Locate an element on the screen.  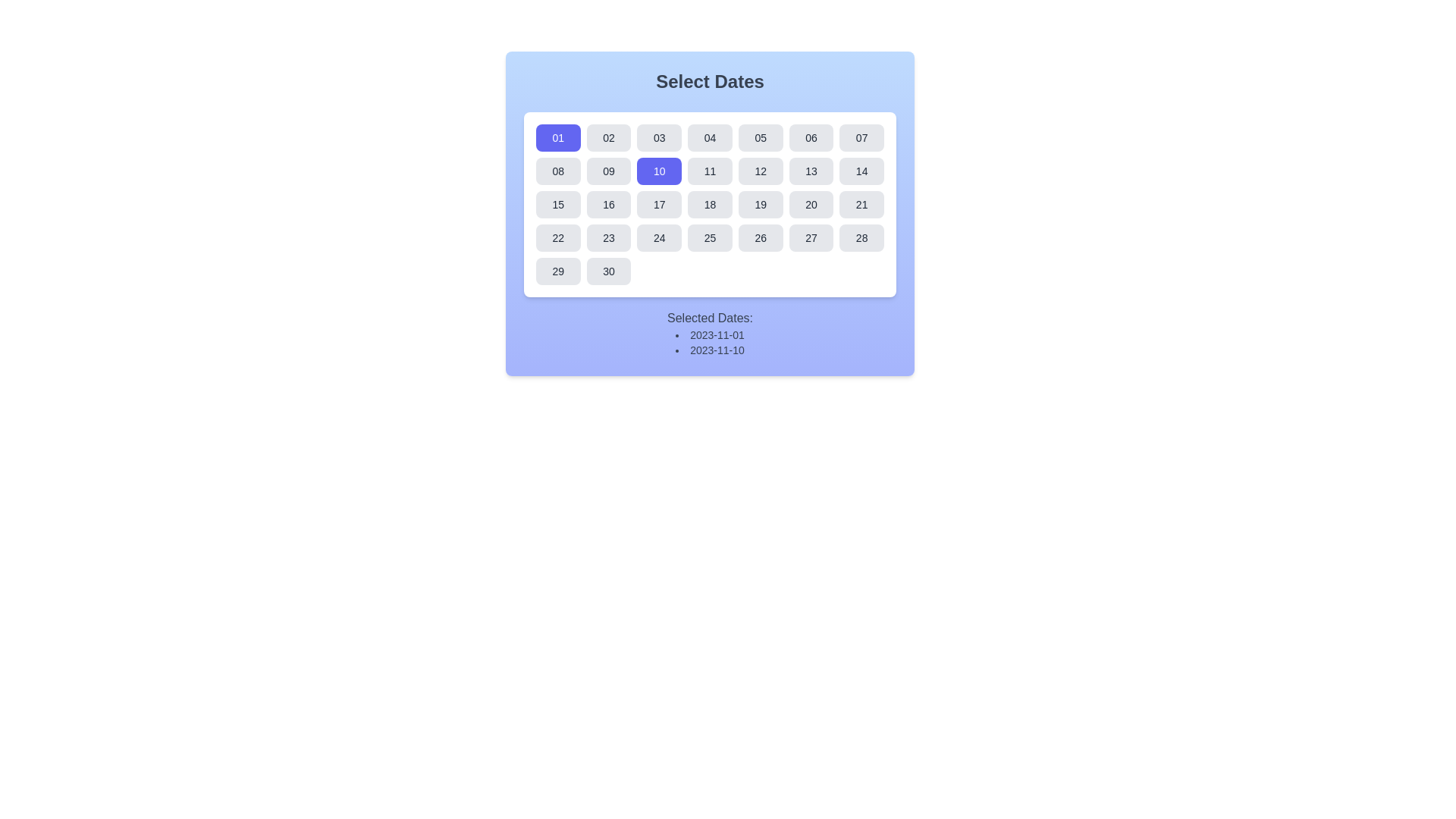
the third button in the top row of the grid layout within the calendar-style component is located at coordinates (659, 137).